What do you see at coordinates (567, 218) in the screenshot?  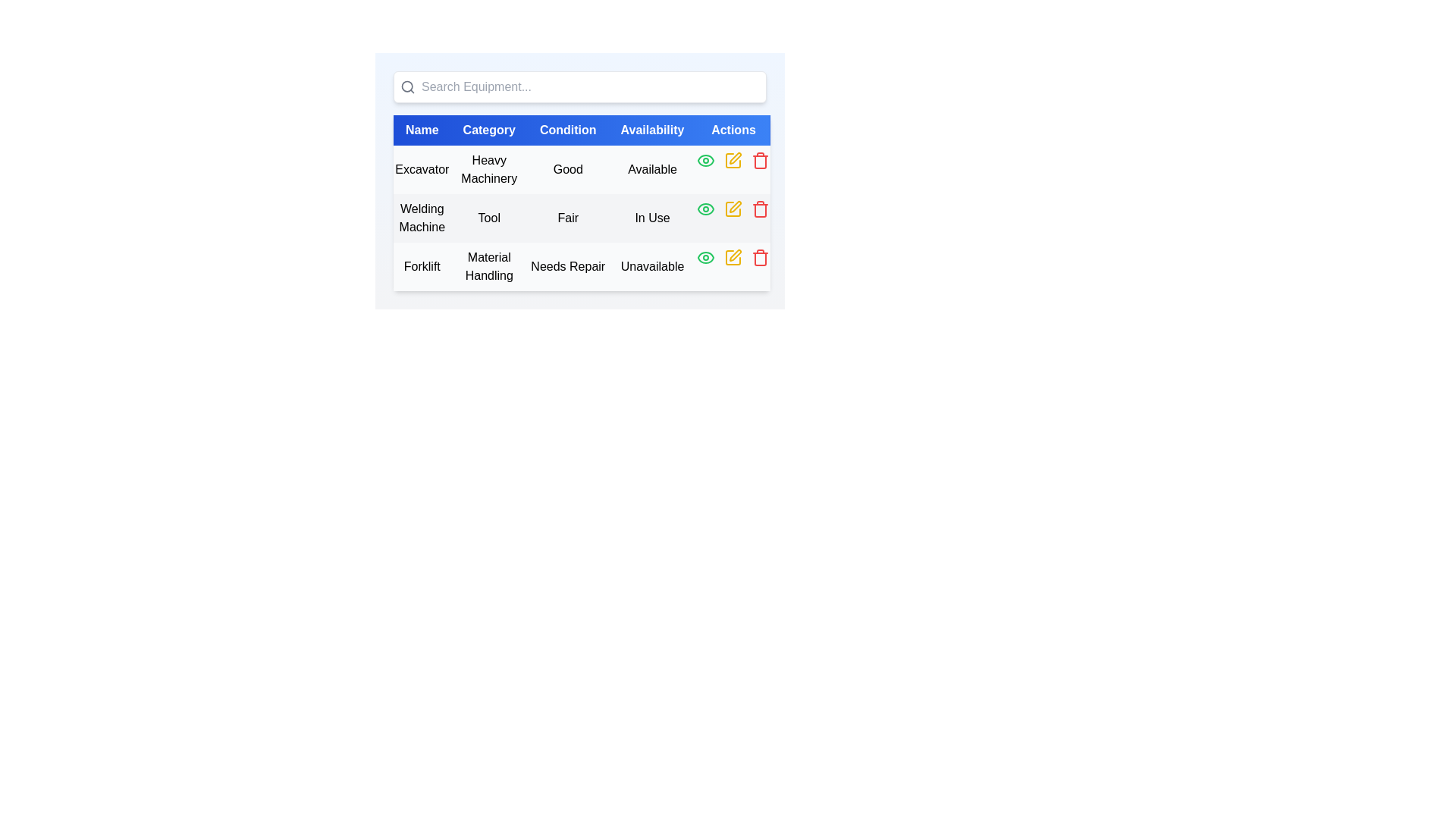 I see `the bold text label displaying the word 'Fair' which is centered in its cell in the third column of the second row of a table` at bounding box center [567, 218].